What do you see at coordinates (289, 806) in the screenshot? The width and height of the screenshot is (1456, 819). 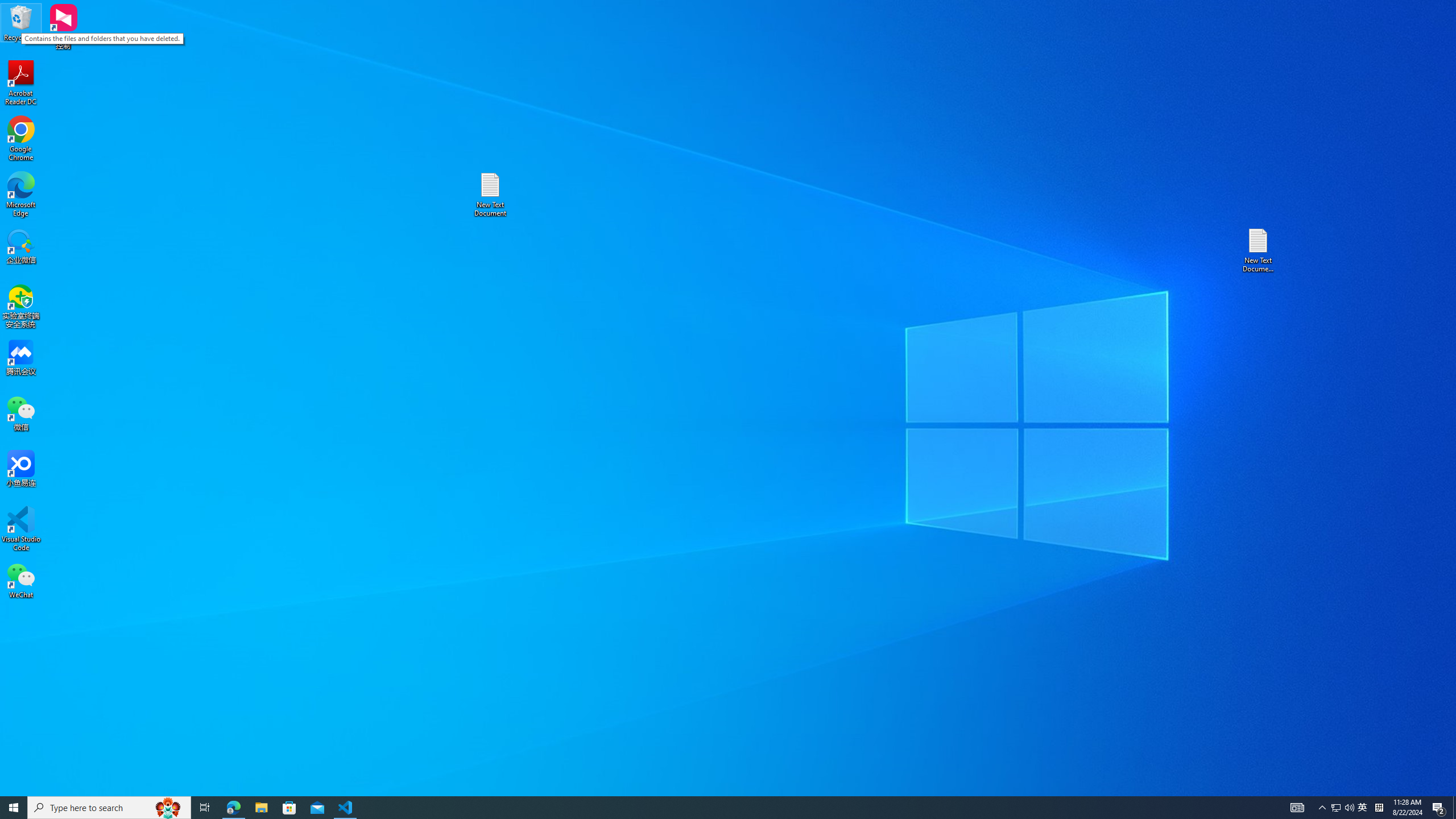 I see `'Microsoft Store'` at bounding box center [289, 806].